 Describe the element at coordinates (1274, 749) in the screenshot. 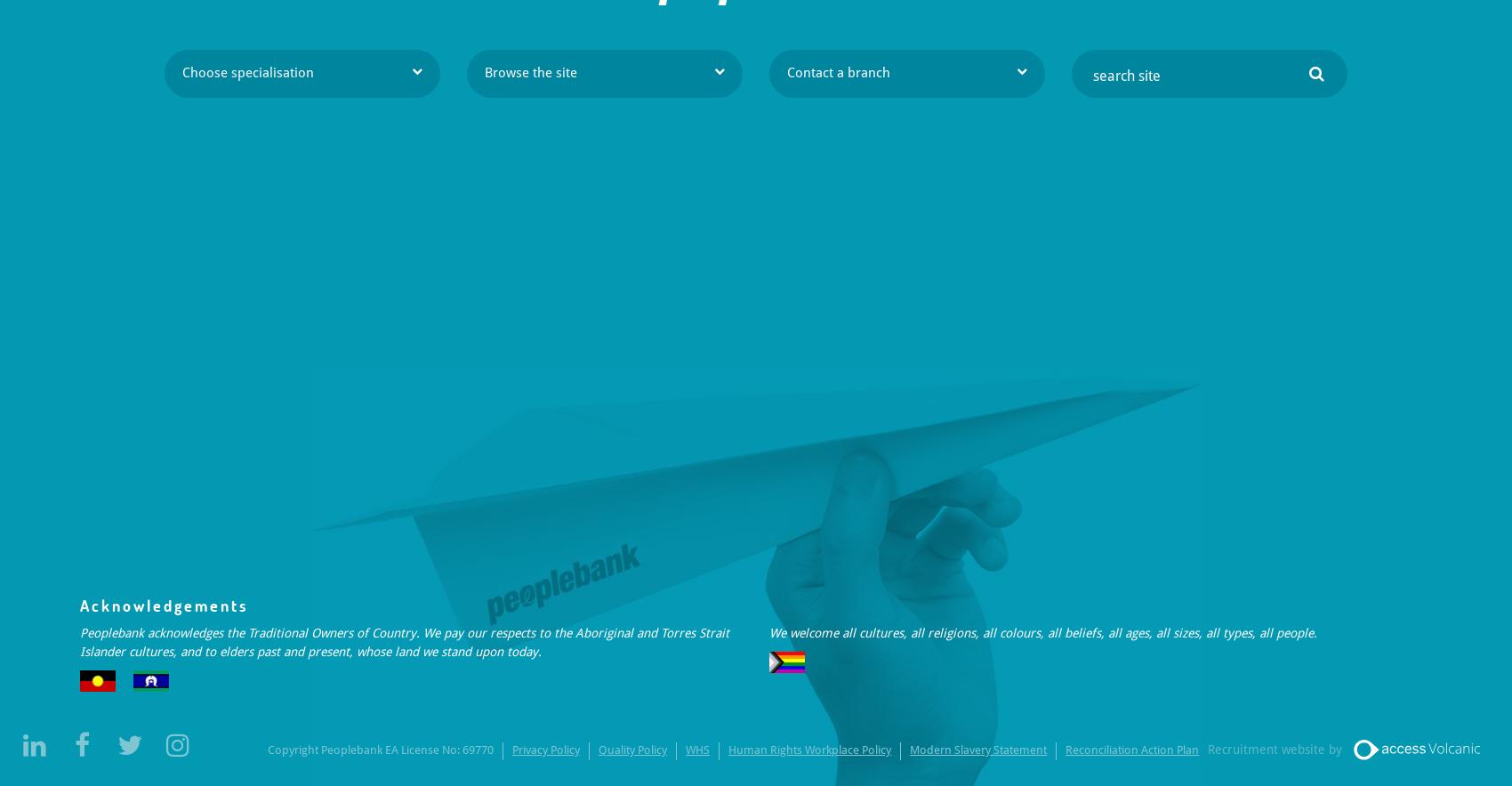

I see `'Recruitment website by'` at that location.